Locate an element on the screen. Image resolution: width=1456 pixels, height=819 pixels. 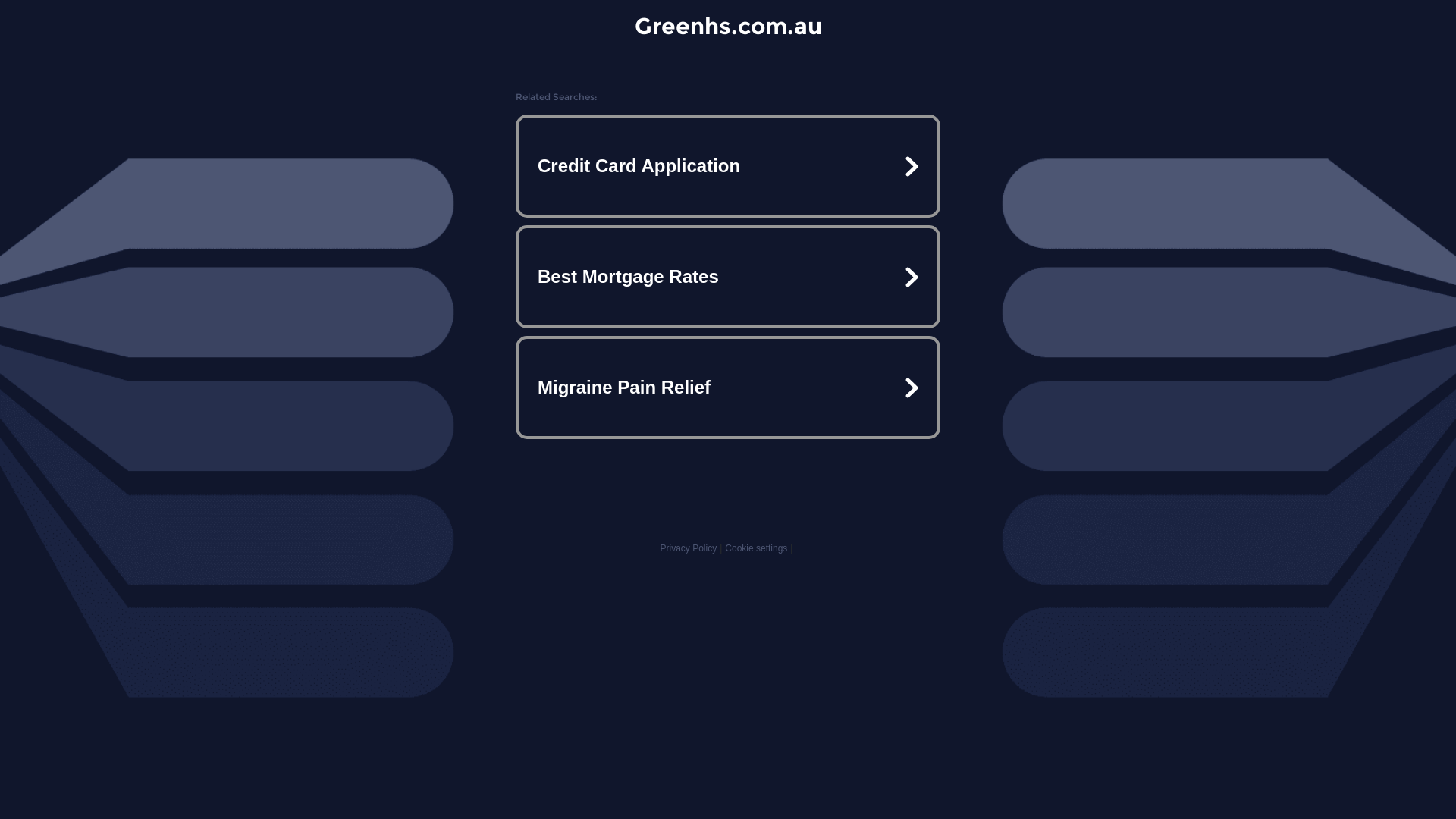
'Cookie settings' is located at coordinates (756, 548).